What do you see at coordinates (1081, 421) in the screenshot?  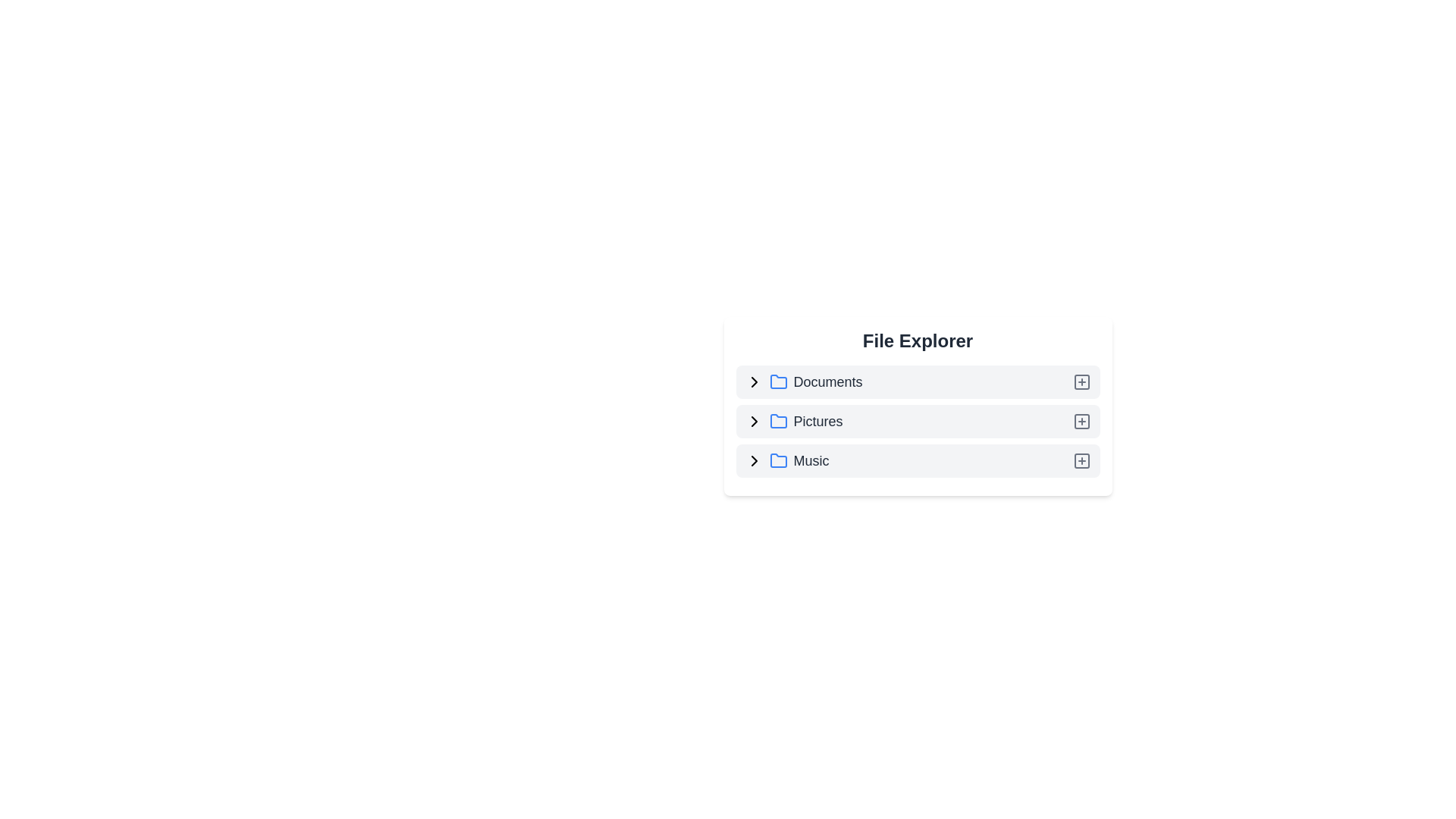 I see `the add icon next to Pictures` at bounding box center [1081, 421].